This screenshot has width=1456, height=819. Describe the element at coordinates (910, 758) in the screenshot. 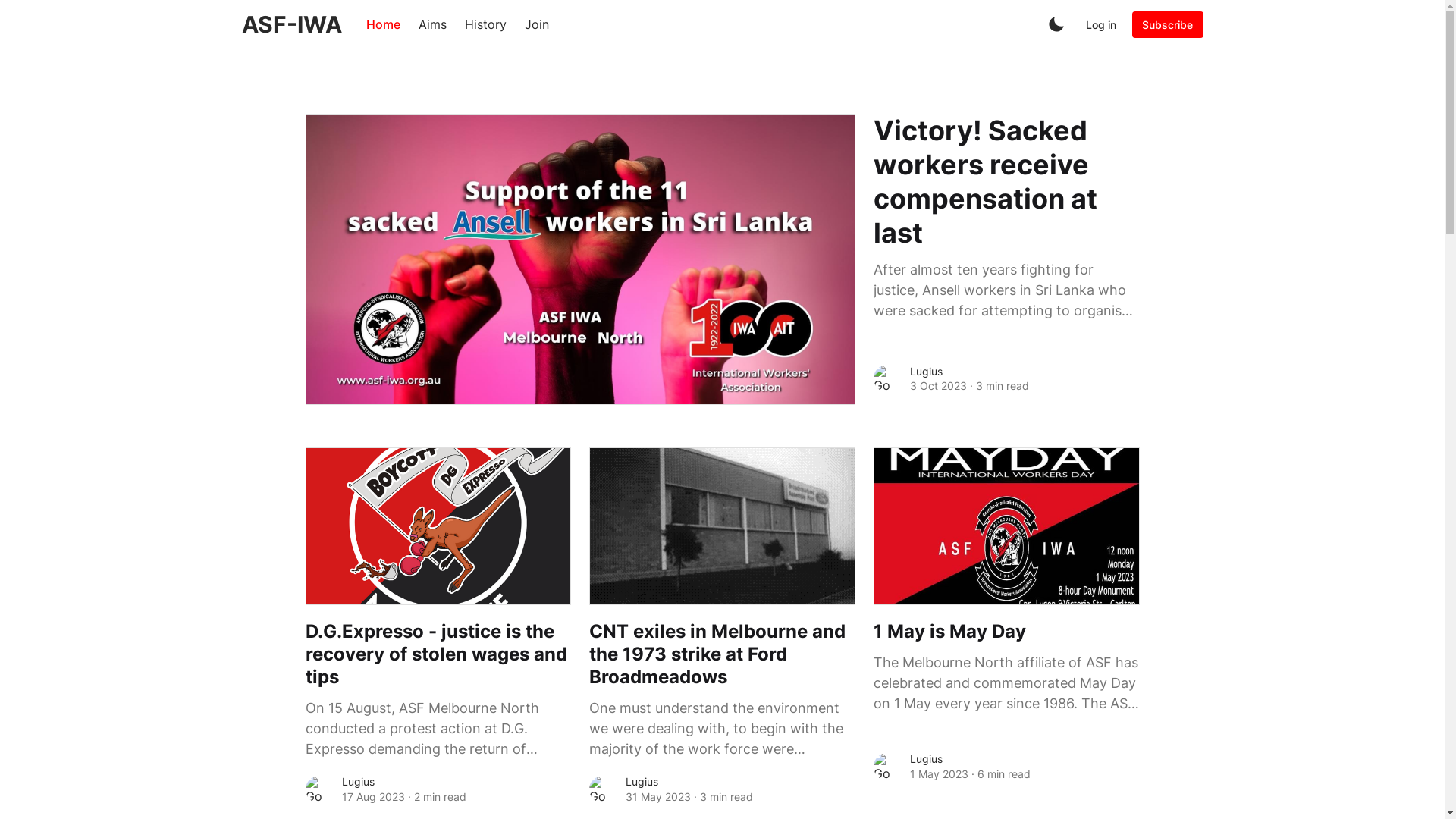

I see `'Lugius'` at that location.